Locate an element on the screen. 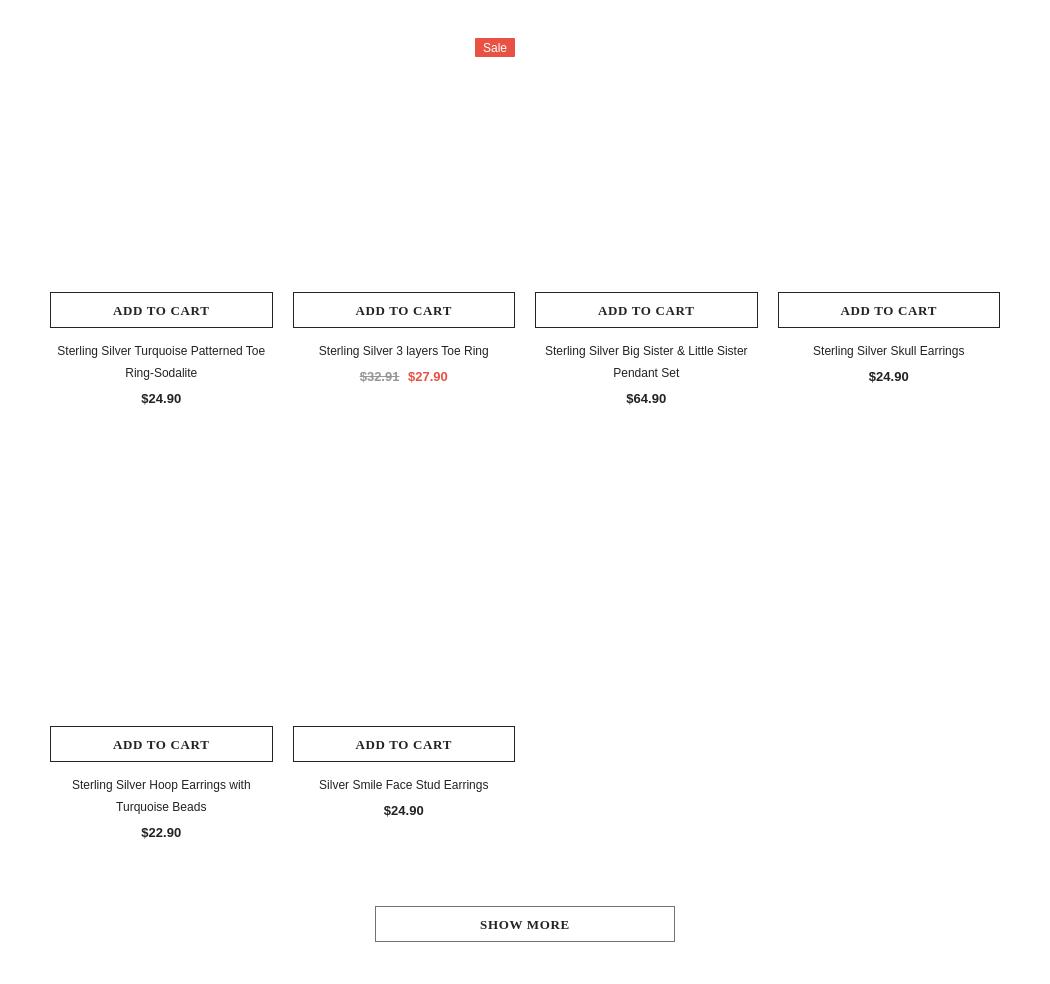 The height and width of the screenshot is (984, 1050). '$32.91' is located at coordinates (379, 376).